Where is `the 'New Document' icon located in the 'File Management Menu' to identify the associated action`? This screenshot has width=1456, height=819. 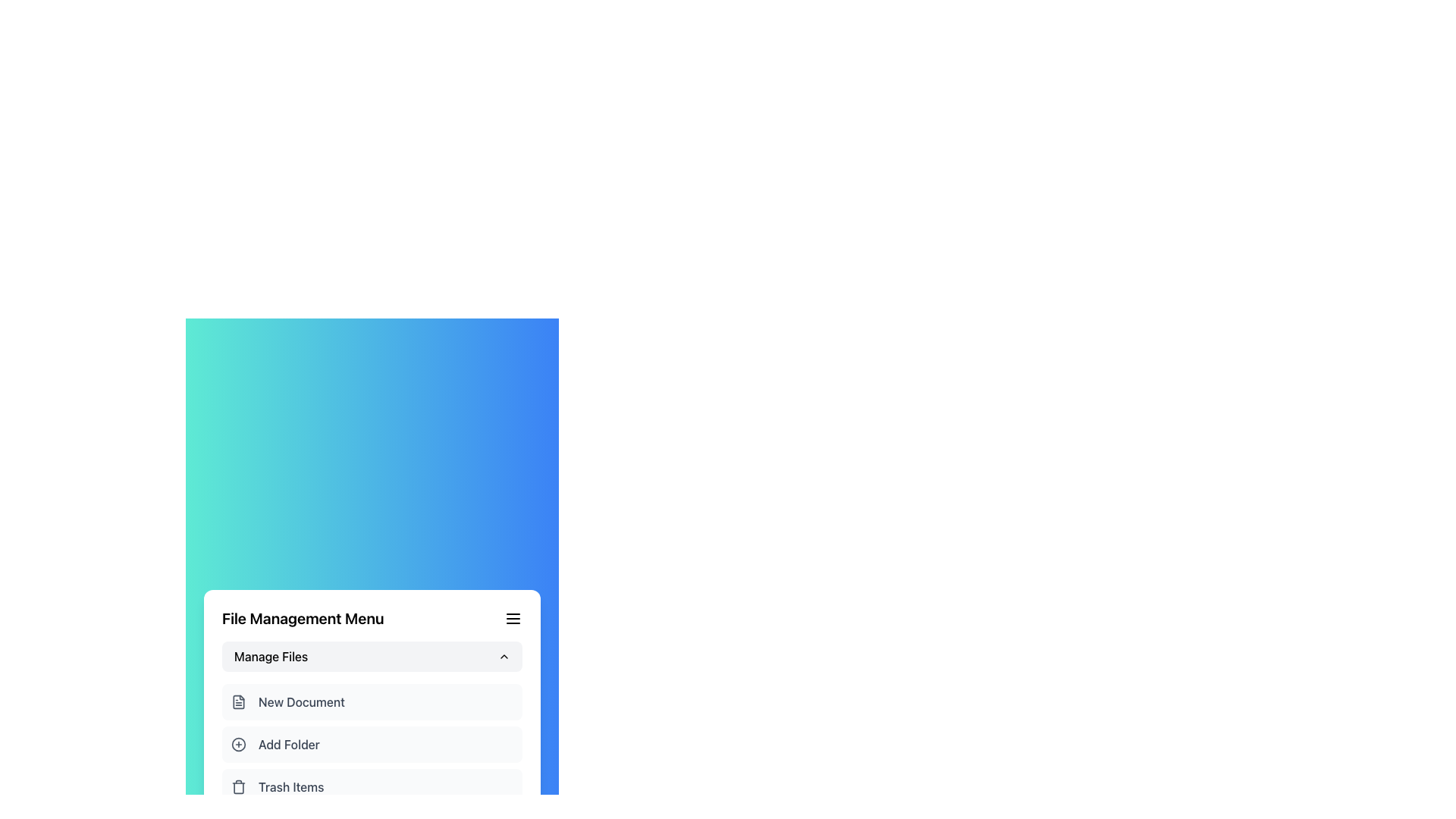
the 'New Document' icon located in the 'File Management Menu' to identify the associated action is located at coordinates (238, 701).